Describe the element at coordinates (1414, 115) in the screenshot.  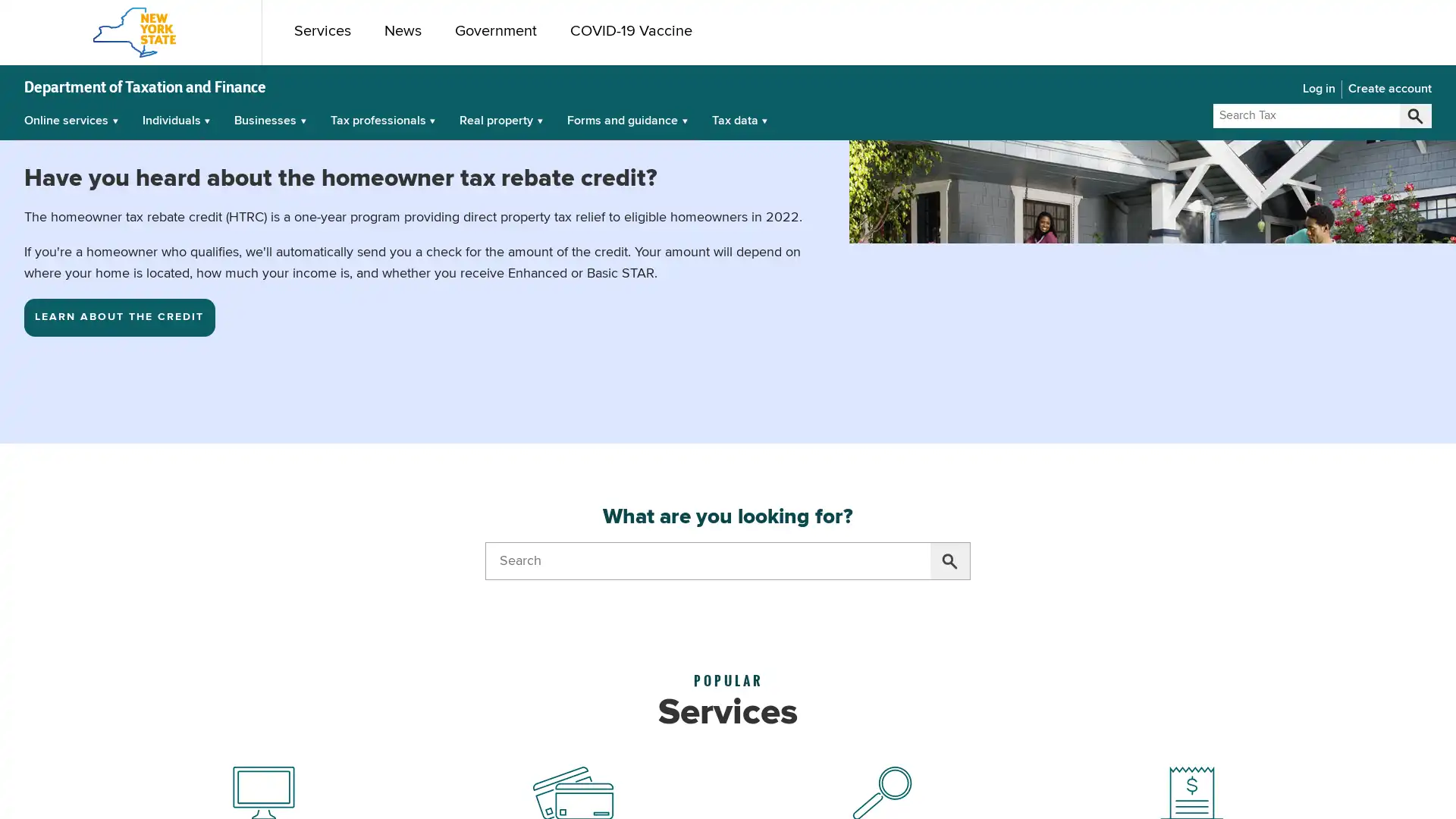
I see `Search Tax` at that location.